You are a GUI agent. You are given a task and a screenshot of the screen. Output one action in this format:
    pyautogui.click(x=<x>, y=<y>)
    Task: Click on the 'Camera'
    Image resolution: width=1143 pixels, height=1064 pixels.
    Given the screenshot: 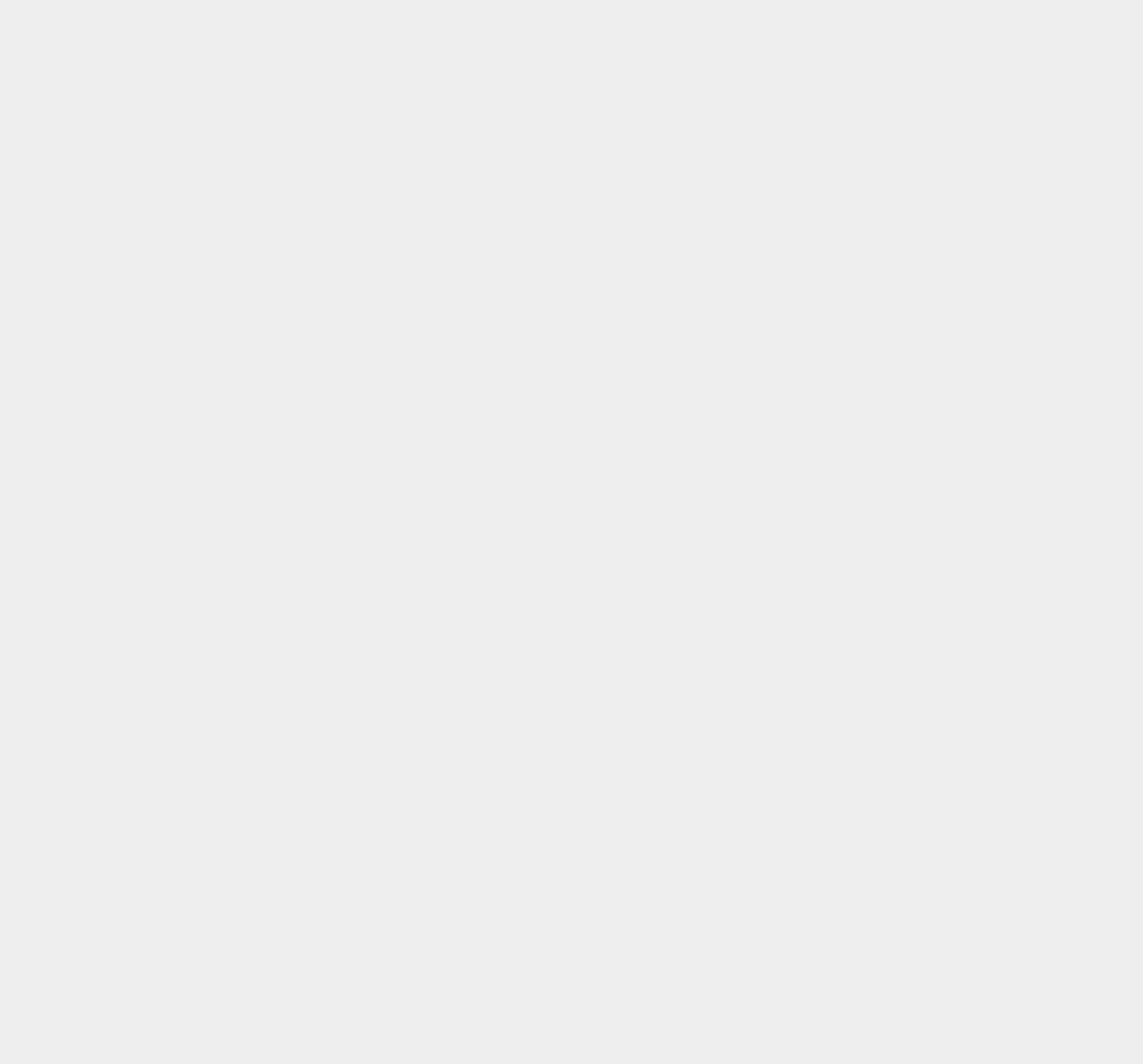 What is the action you would take?
    pyautogui.click(x=831, y=125)
    